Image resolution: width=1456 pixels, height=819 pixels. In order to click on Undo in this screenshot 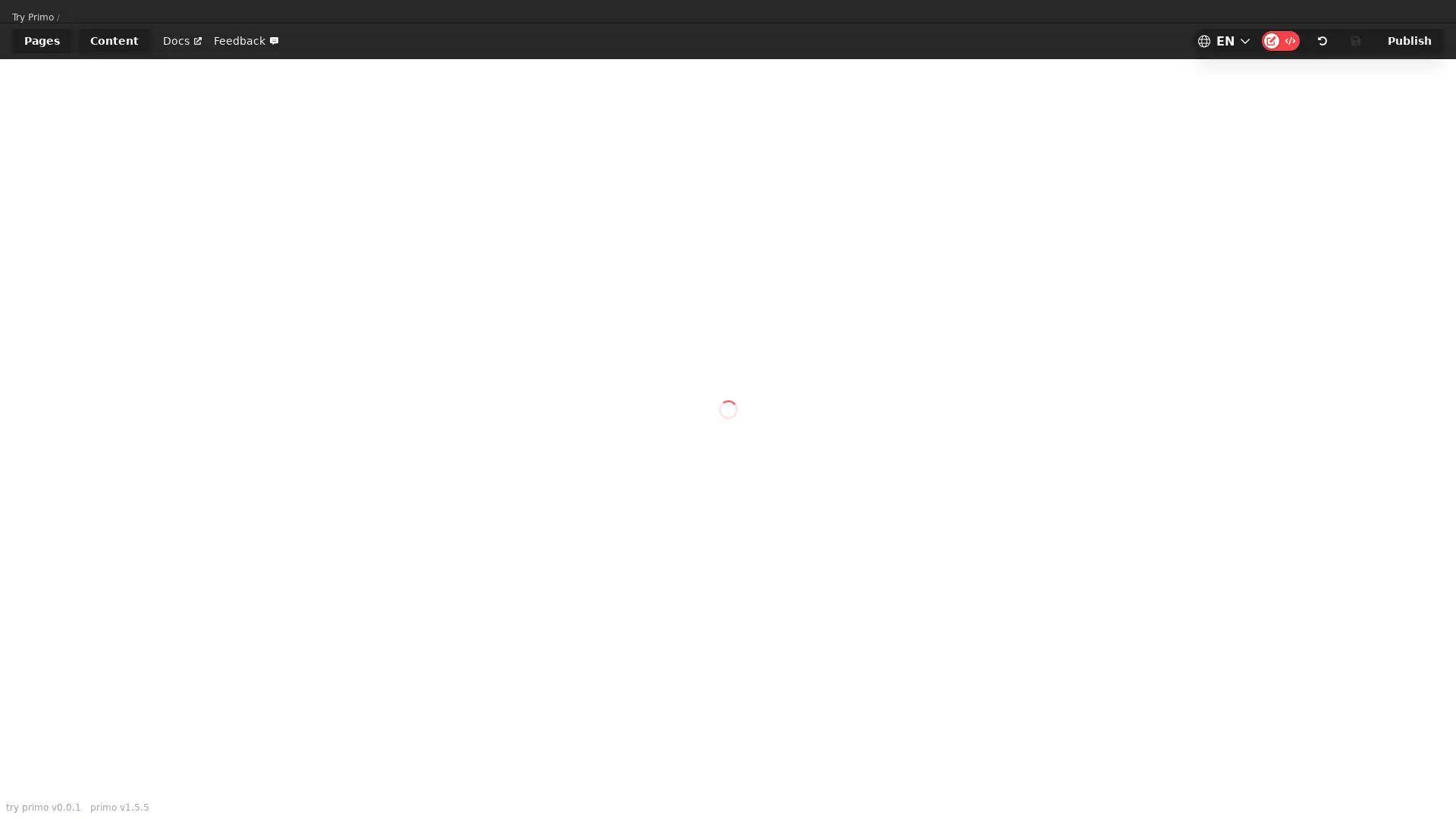, I will do `click(1321, 40)`.